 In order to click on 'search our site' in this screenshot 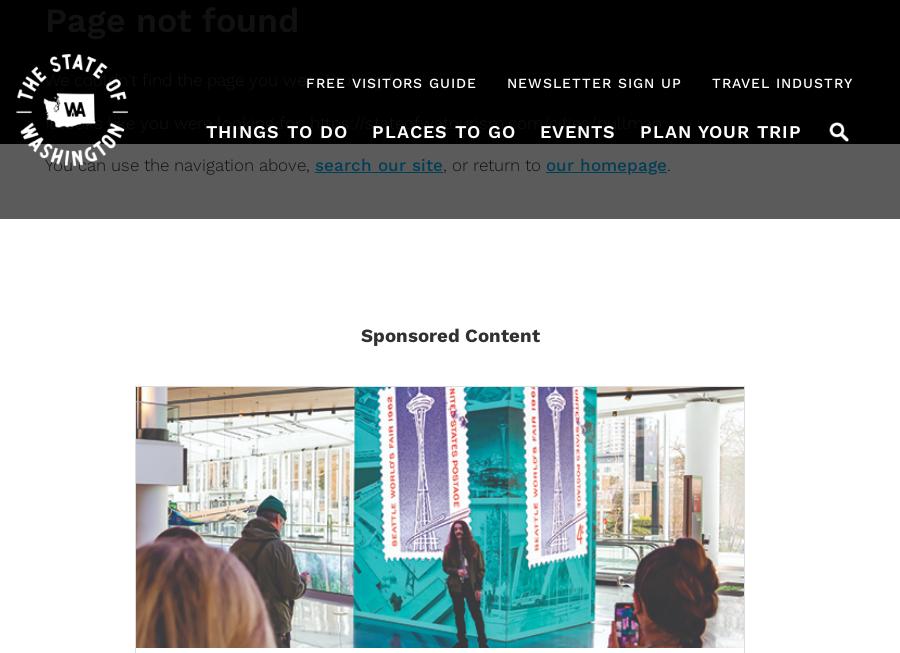, I will do `click(378, 164)`.